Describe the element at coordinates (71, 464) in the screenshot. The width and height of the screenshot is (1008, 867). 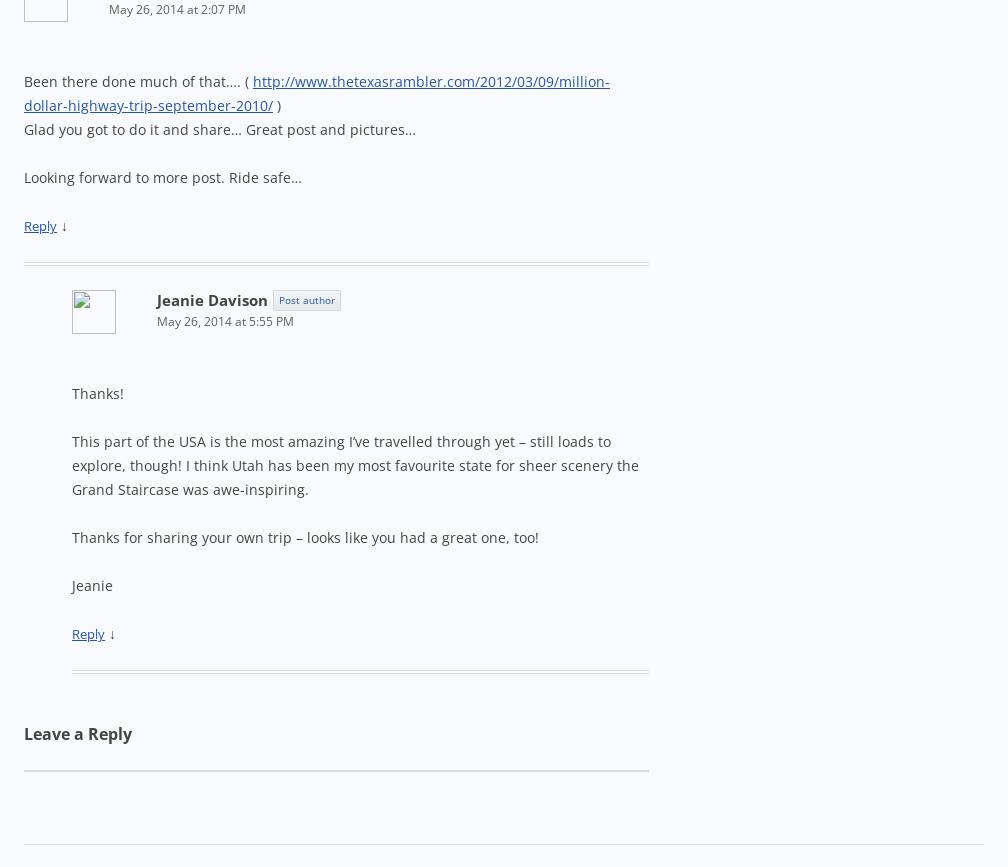
I see `'This part of the USA is the most amazing I’ve travelled through yet – still loads to explore, though! I think Utah has been my most favourite state for sheer scenery the Grand Staircase was awe-inspiring.'` at that location.